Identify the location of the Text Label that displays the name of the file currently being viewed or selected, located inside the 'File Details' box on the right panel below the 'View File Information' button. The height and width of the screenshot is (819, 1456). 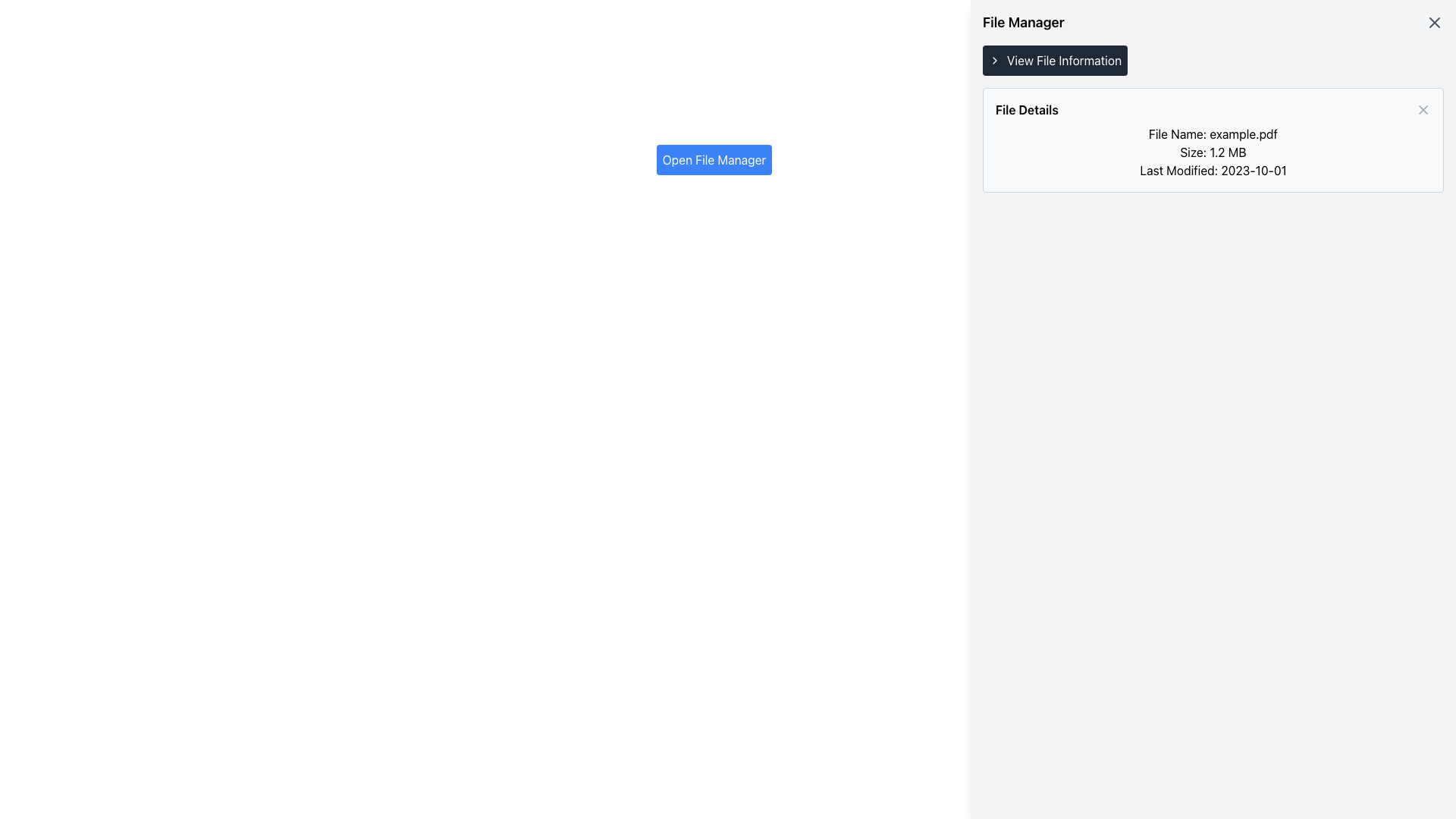
(1212, 133).